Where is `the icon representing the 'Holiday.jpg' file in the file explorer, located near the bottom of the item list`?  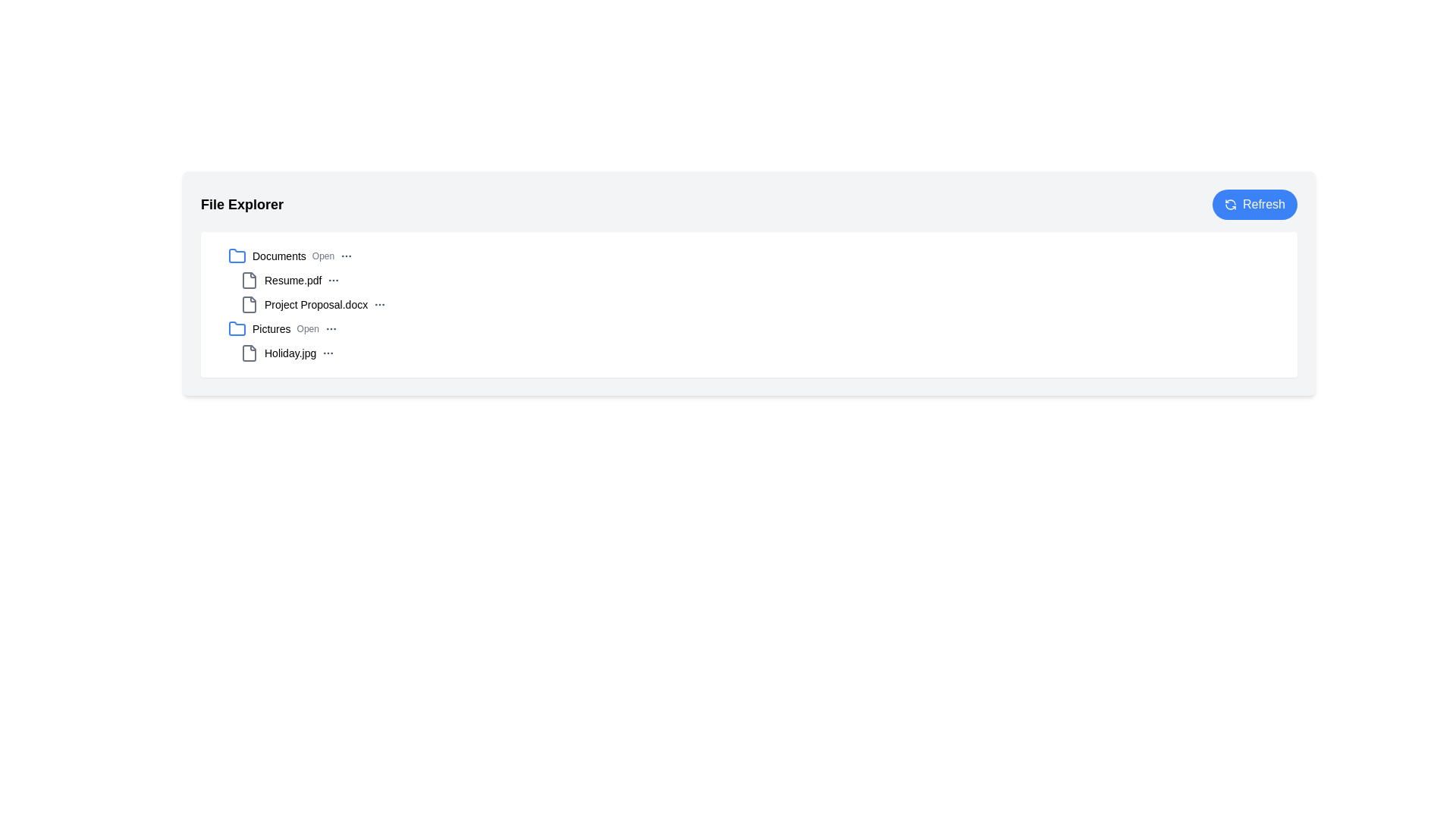 the icon representing the 'Holiday.jpg' file in the file explorer, located near the bottom of the item list is located at coordinates (249, 353).